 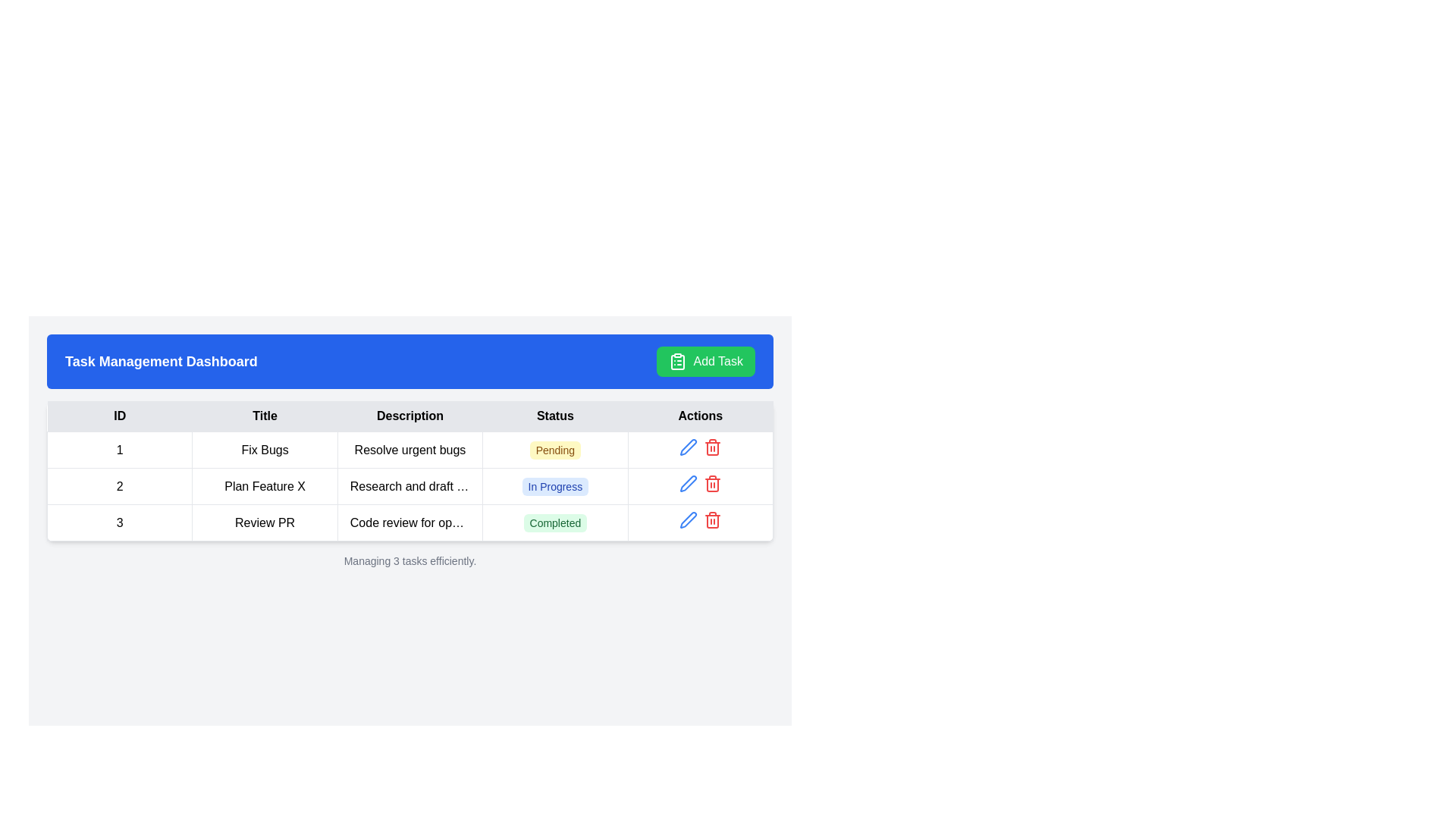 I want to click on text 'Description' from the Table Header element, which is the third column header in the table, located at the center-top area with bold styling, so click(x=410, y=416).